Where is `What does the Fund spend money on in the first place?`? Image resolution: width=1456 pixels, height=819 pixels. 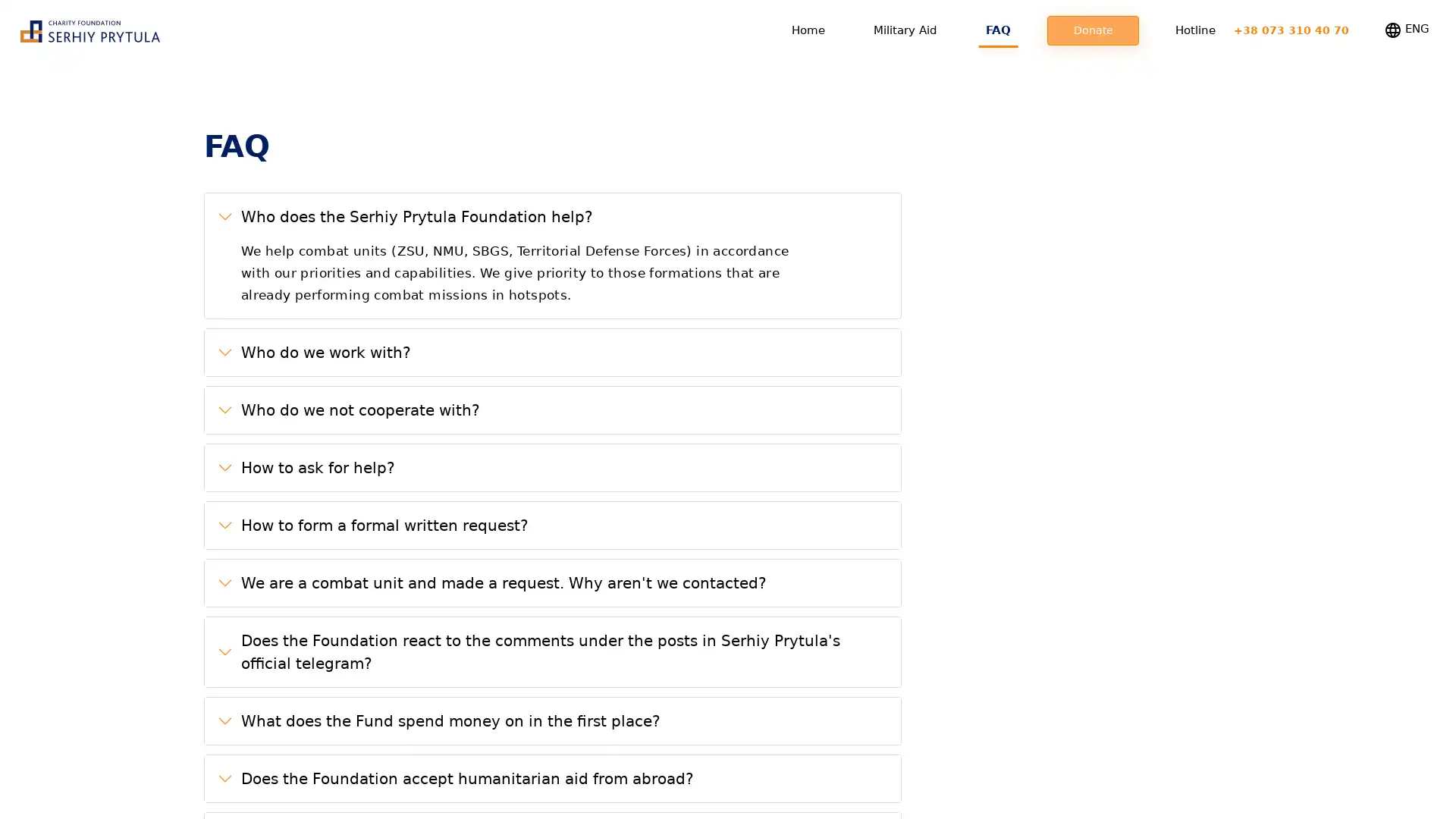
What does the Fund spend money on in the first place? is located at coordinates (551, 720).